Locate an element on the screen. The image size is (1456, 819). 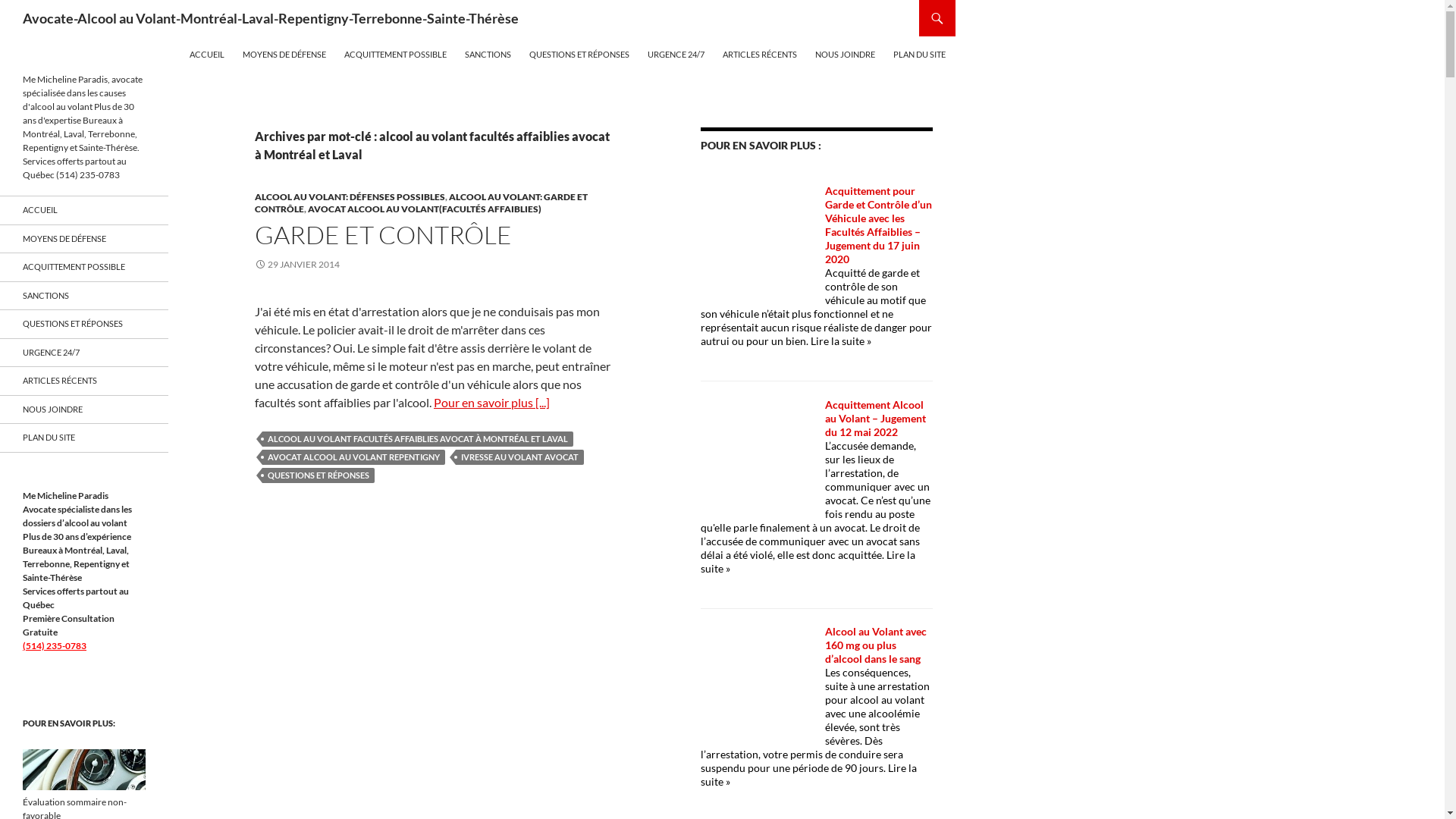
'NOUS JOINDRE' is located at coordinates (844, 54).